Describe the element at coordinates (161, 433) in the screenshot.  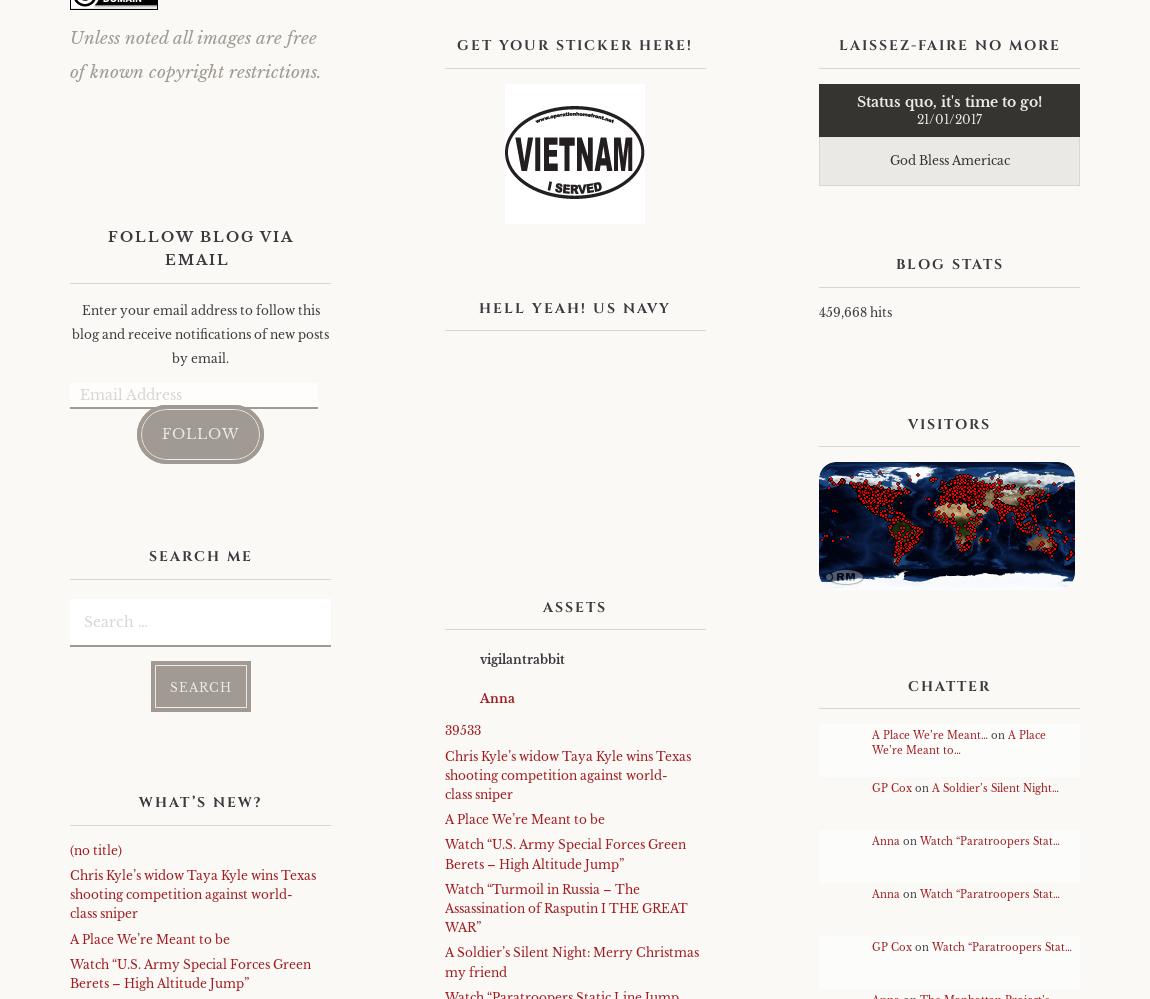
I see `'Follow'` at that location.